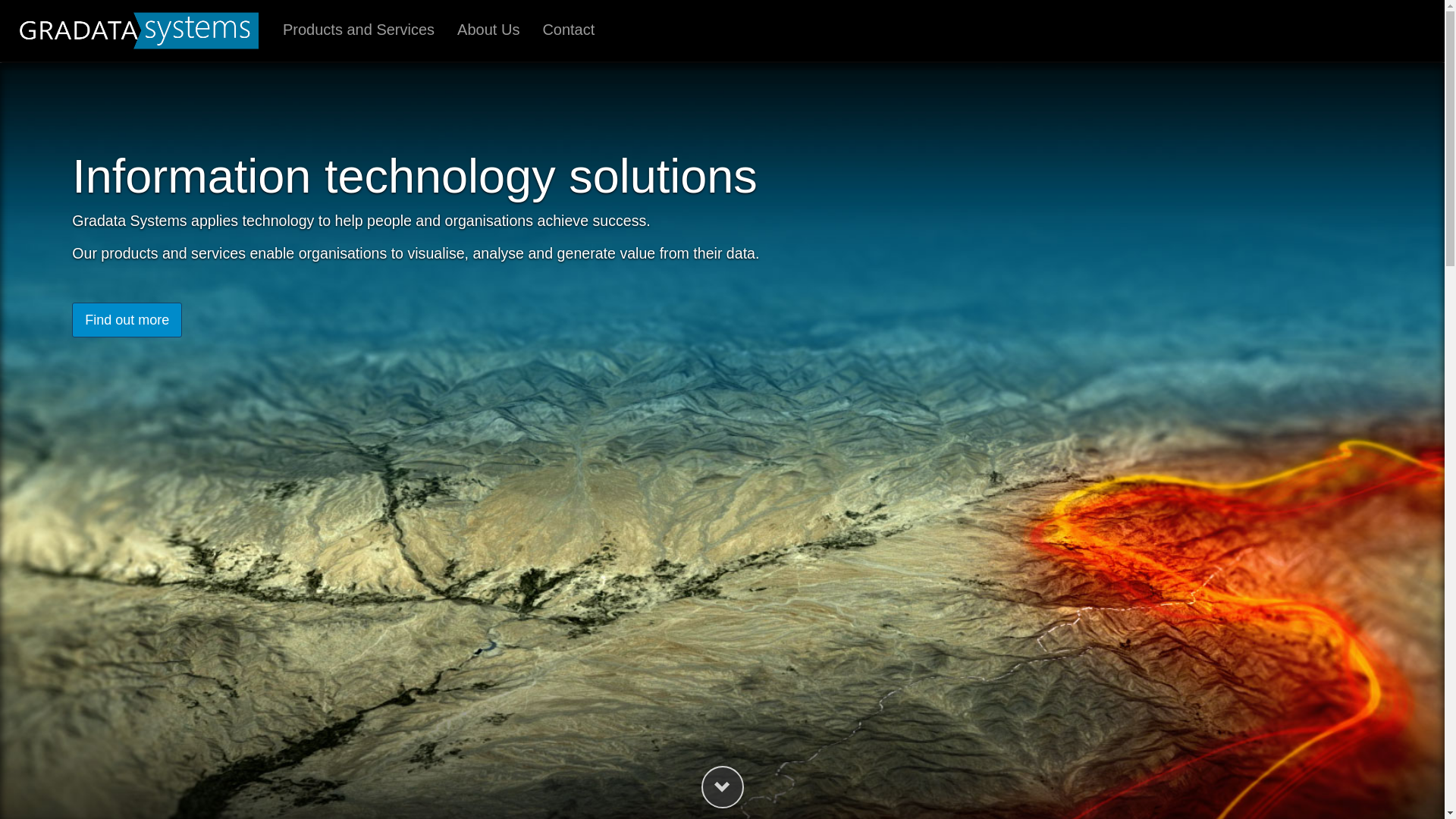  What do you see at coordinates (488, 30) in the screenshot?
I see `'About Us'` at bounding box center [488, 30].